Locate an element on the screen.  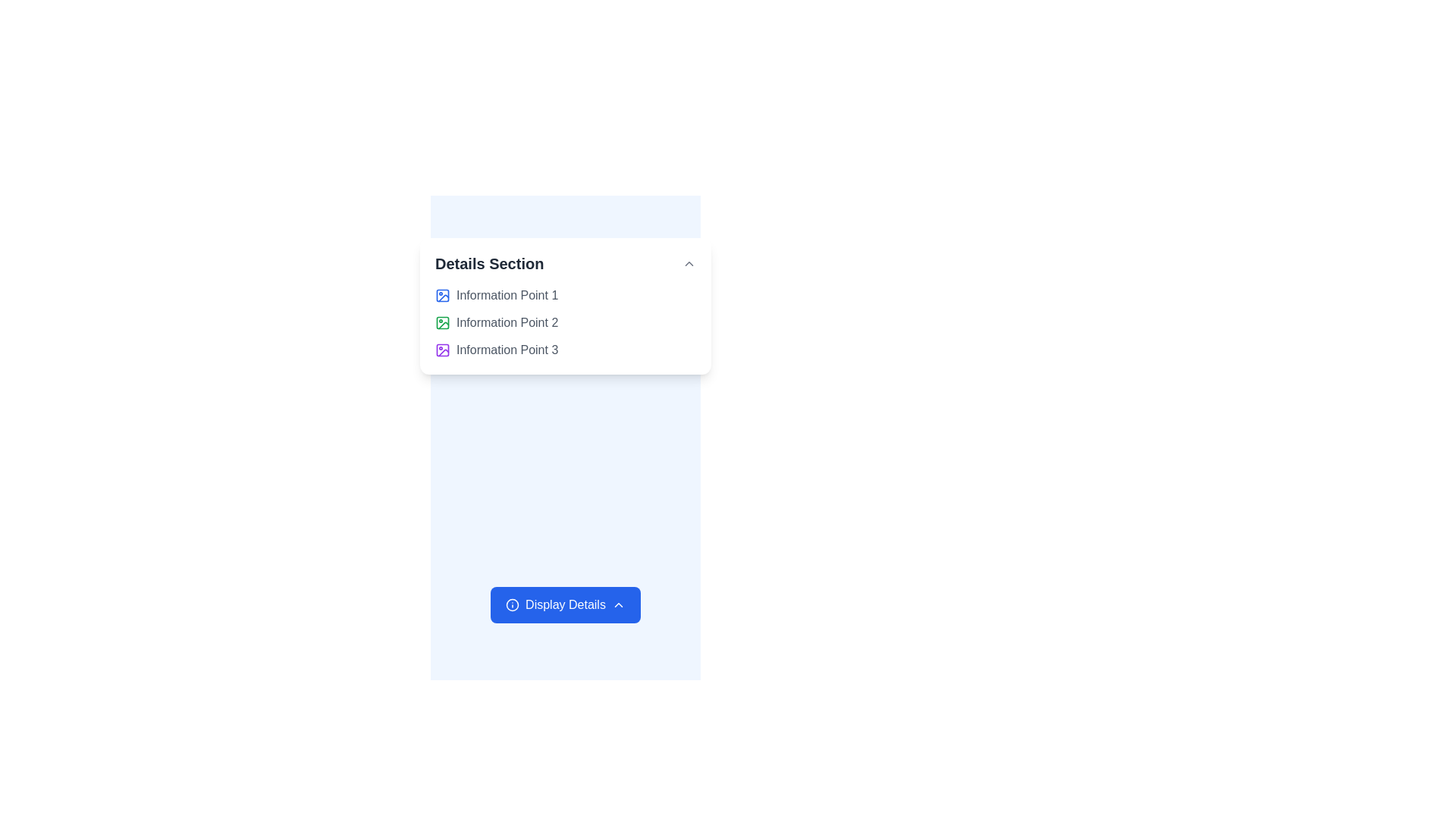
the blue button labeled 'Display Details' which contains the circular blue icon with a white border is located at coordinates (513, 604).